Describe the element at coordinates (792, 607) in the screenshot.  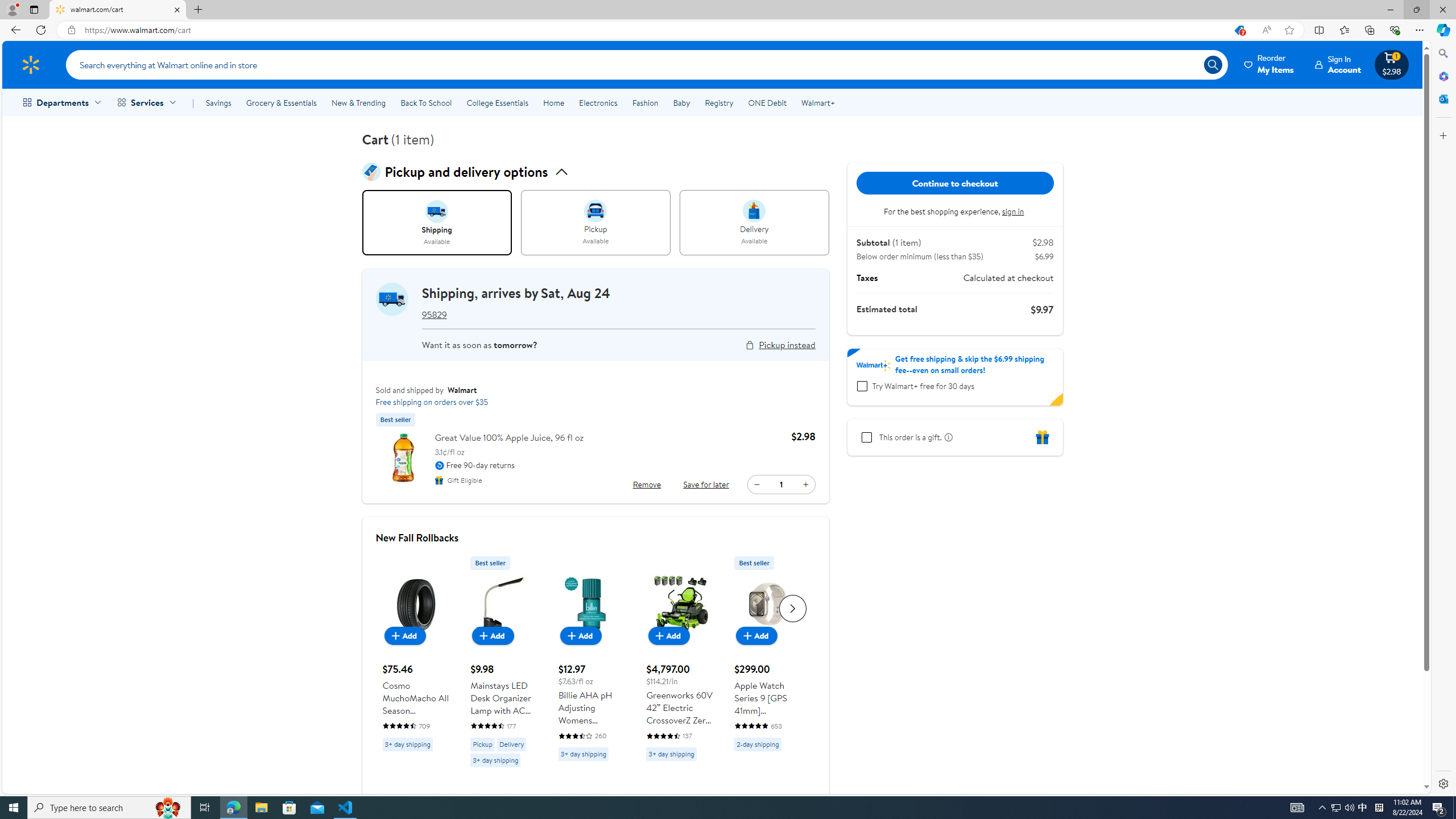
I see `'Next slide for horizontalScrollerRecommendations list'` at that location.